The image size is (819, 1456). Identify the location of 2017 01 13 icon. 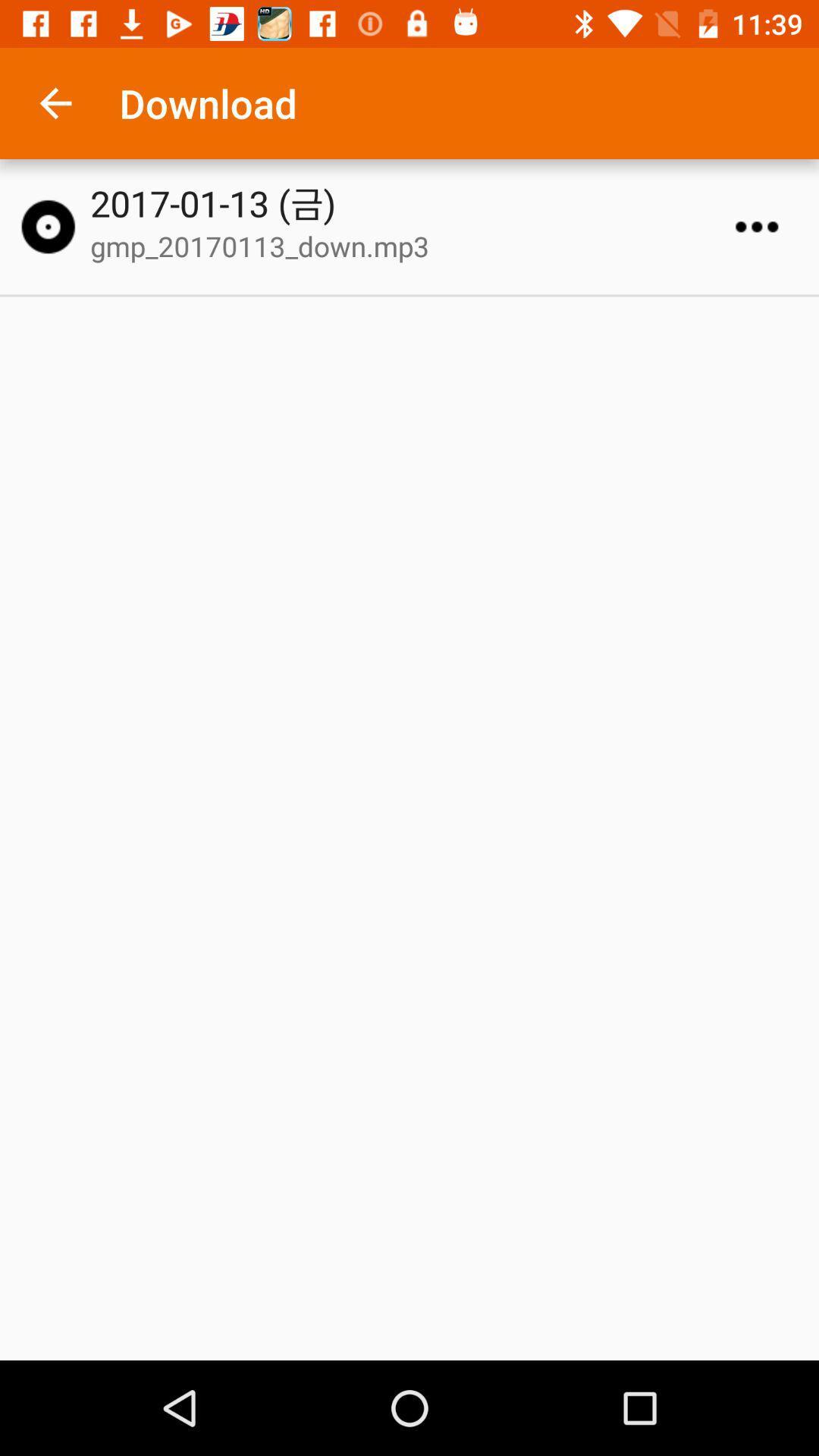
(416, 202).